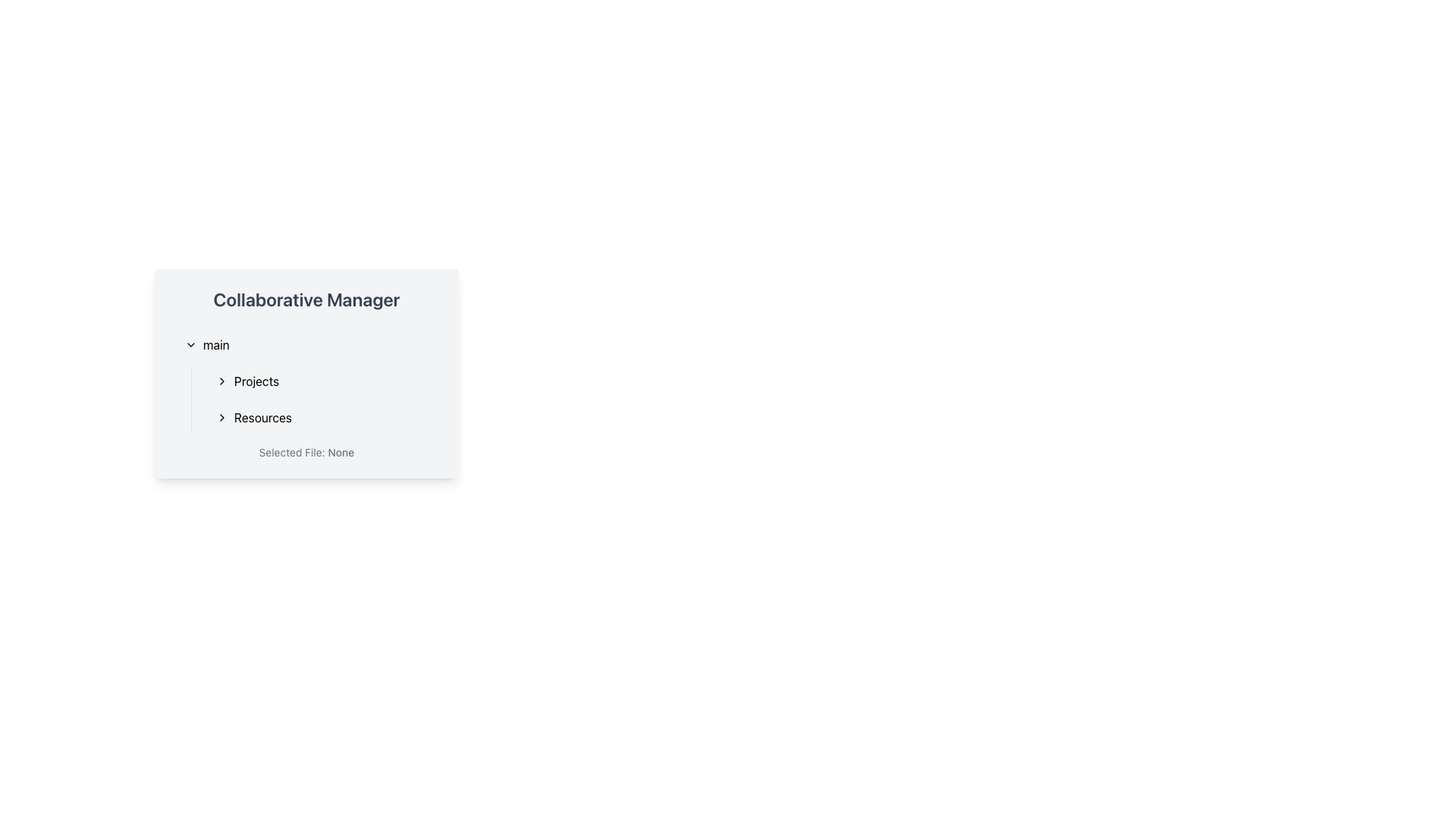 The height and width of the screenshot is (819, 1456). What do you see at coordinates (262, 418) in the screenshot?
I see `the second item under the 'main' section in the menu, which is a Text Label serving as a navigational link or expandable item` at bounding box center [262, 418].